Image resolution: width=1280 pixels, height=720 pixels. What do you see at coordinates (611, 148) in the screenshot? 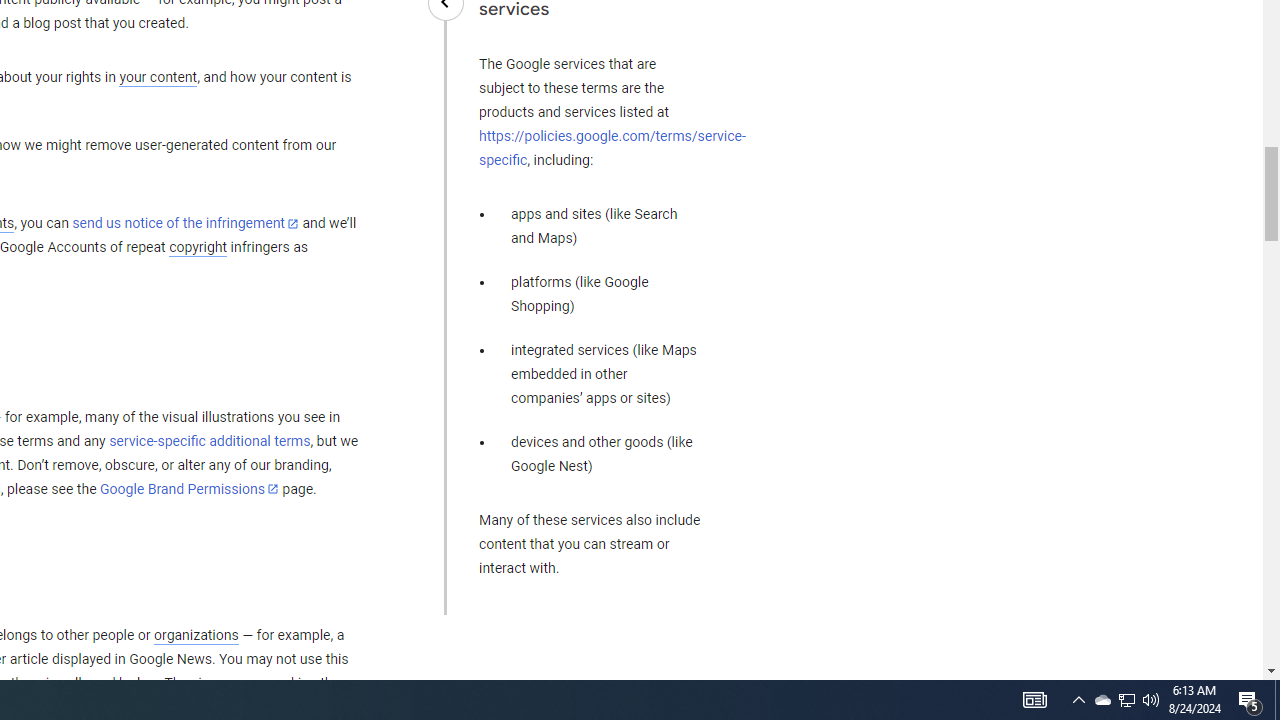
I see `'https://policies.google.com/terms/service-specific'` at bounding box center [611, 148].